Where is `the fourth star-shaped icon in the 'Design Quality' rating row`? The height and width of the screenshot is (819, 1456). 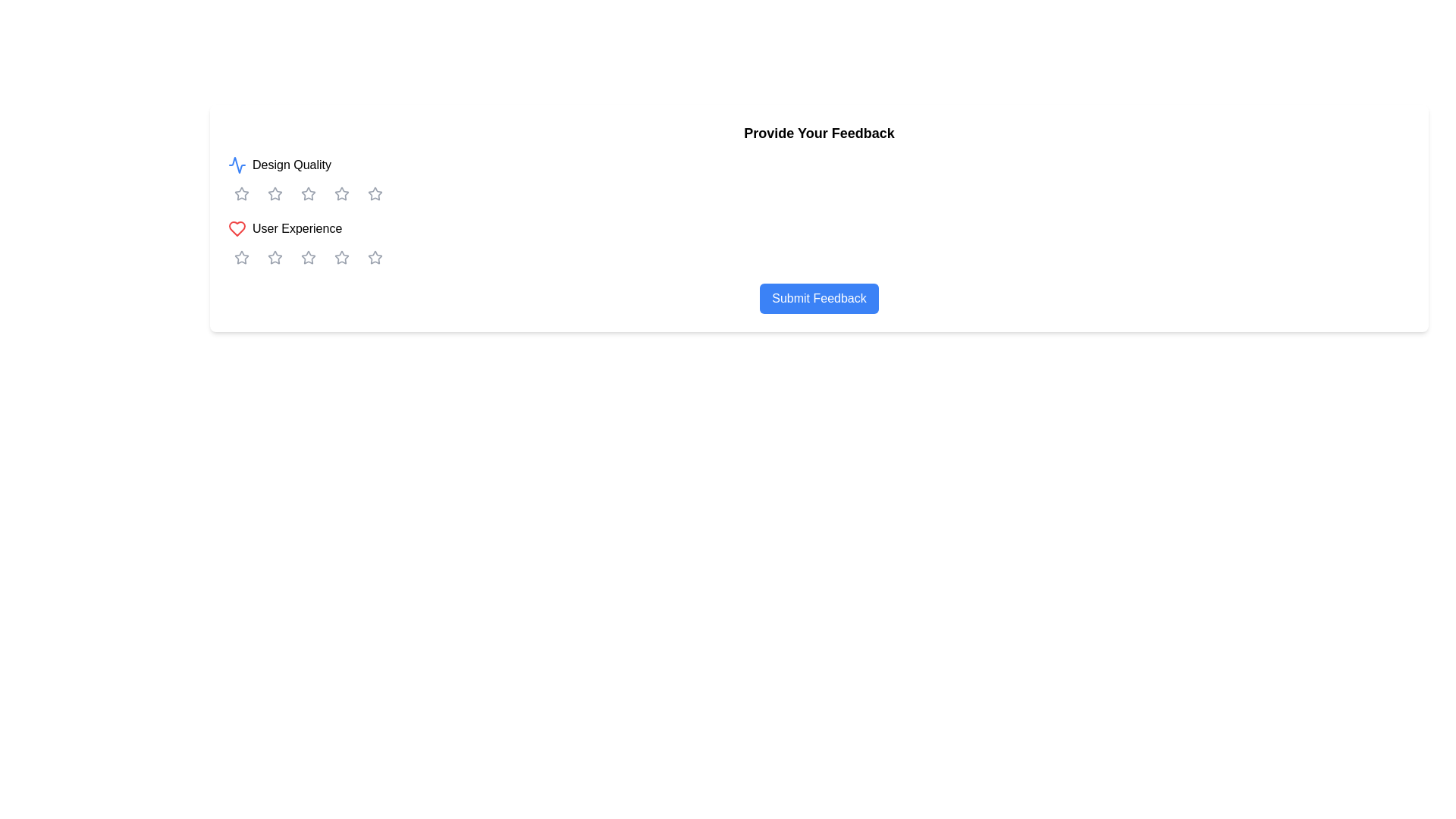 the fourth star-shaped icon in the 'Design Quality' rating row is located at coordinates (341, 193).